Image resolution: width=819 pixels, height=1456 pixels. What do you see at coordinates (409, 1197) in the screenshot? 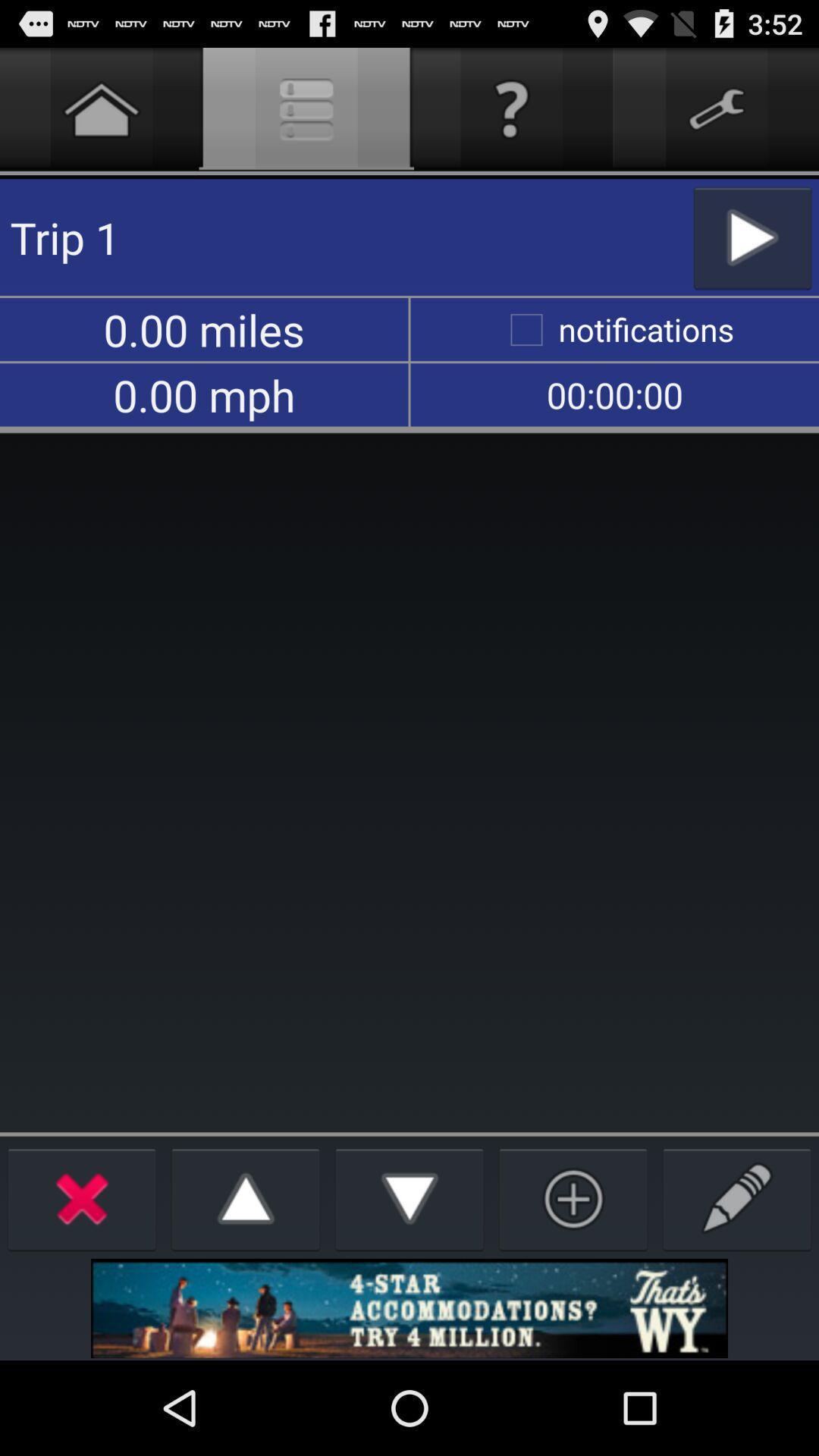
I see `go down` at bounding box center [409, 1197].